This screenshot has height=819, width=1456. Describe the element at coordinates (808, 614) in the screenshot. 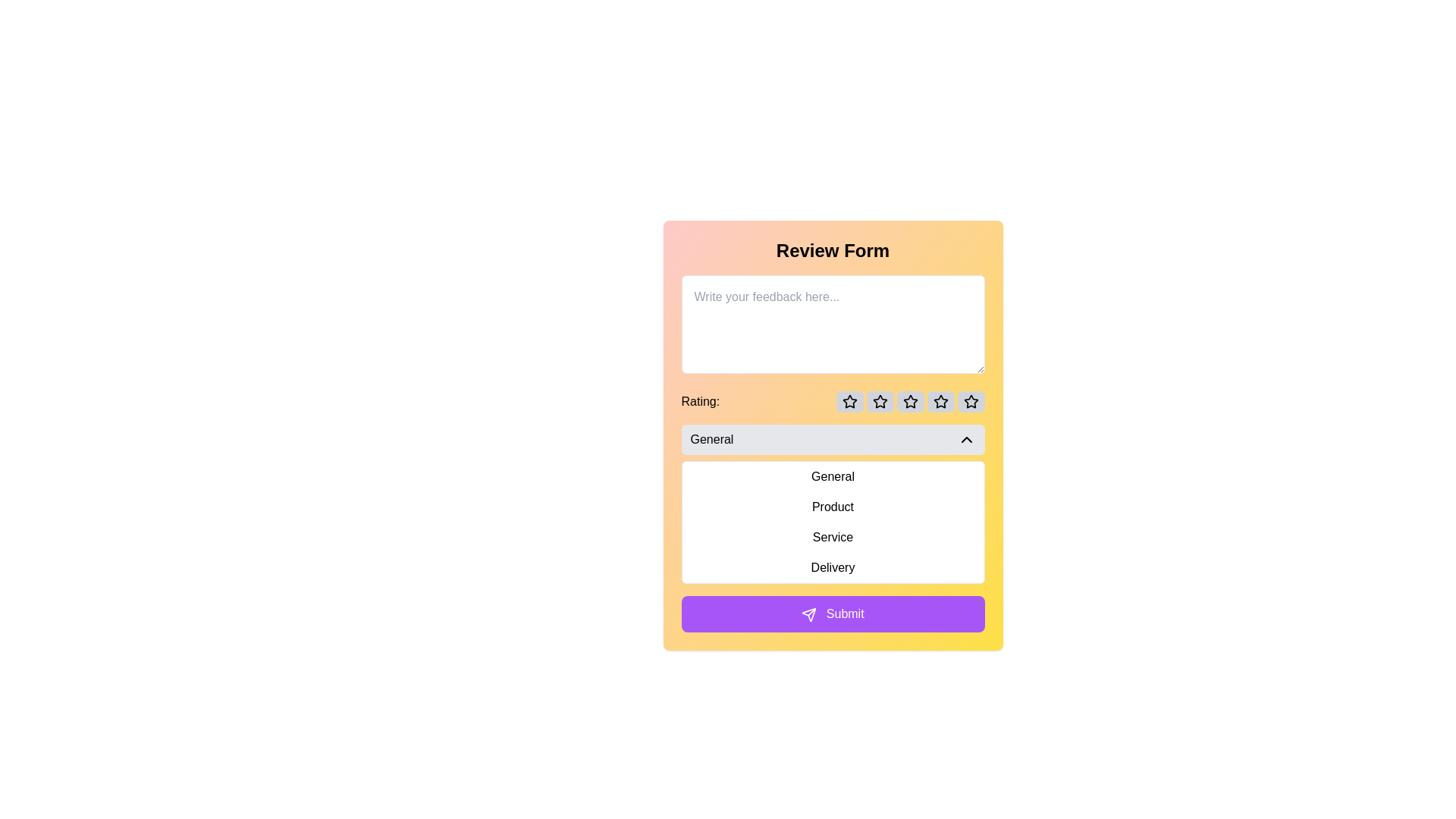

I see `the triangular-shaped icon with a purple background and white border` at that location.